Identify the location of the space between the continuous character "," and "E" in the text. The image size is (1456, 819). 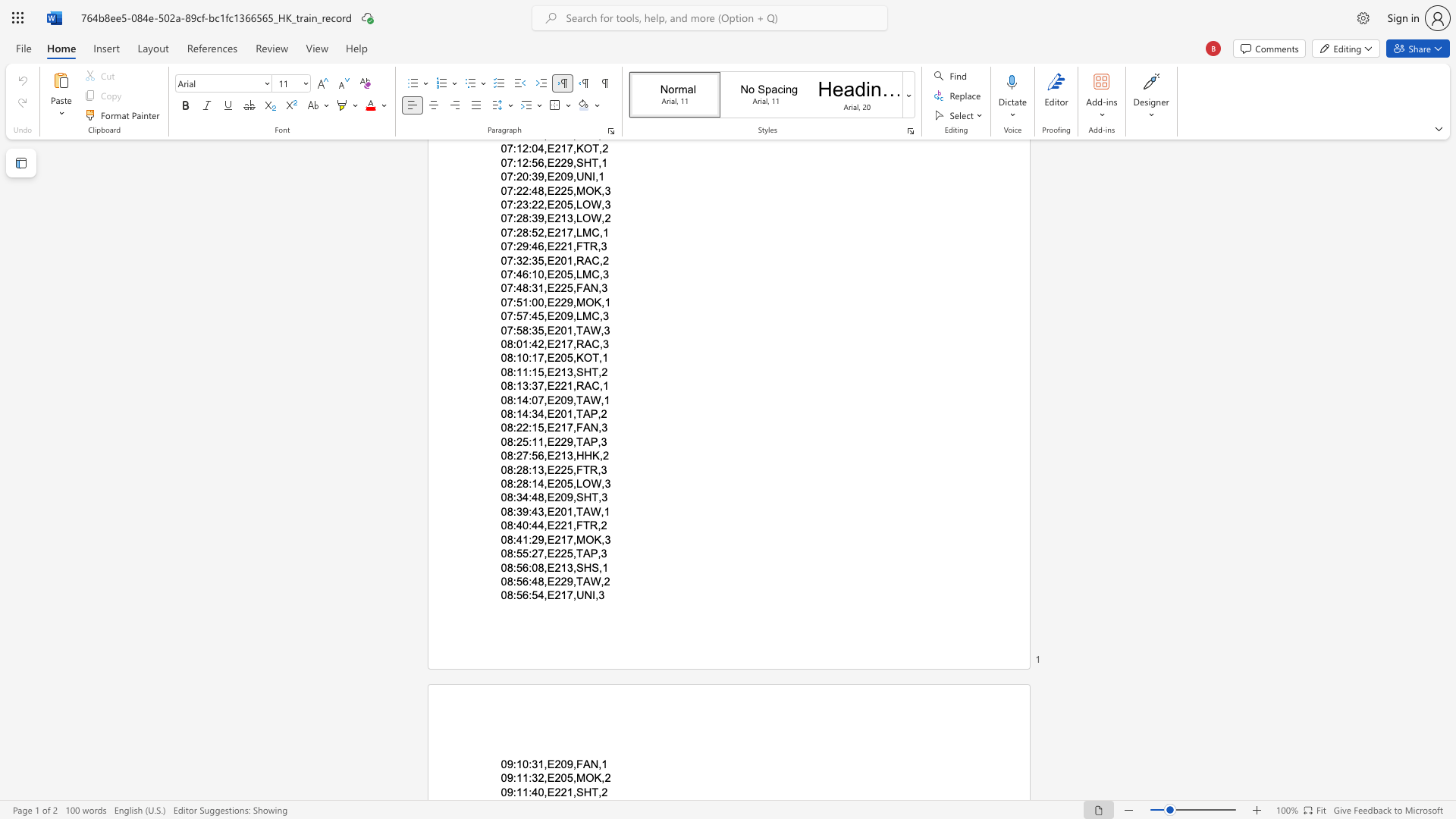
(548, 497).